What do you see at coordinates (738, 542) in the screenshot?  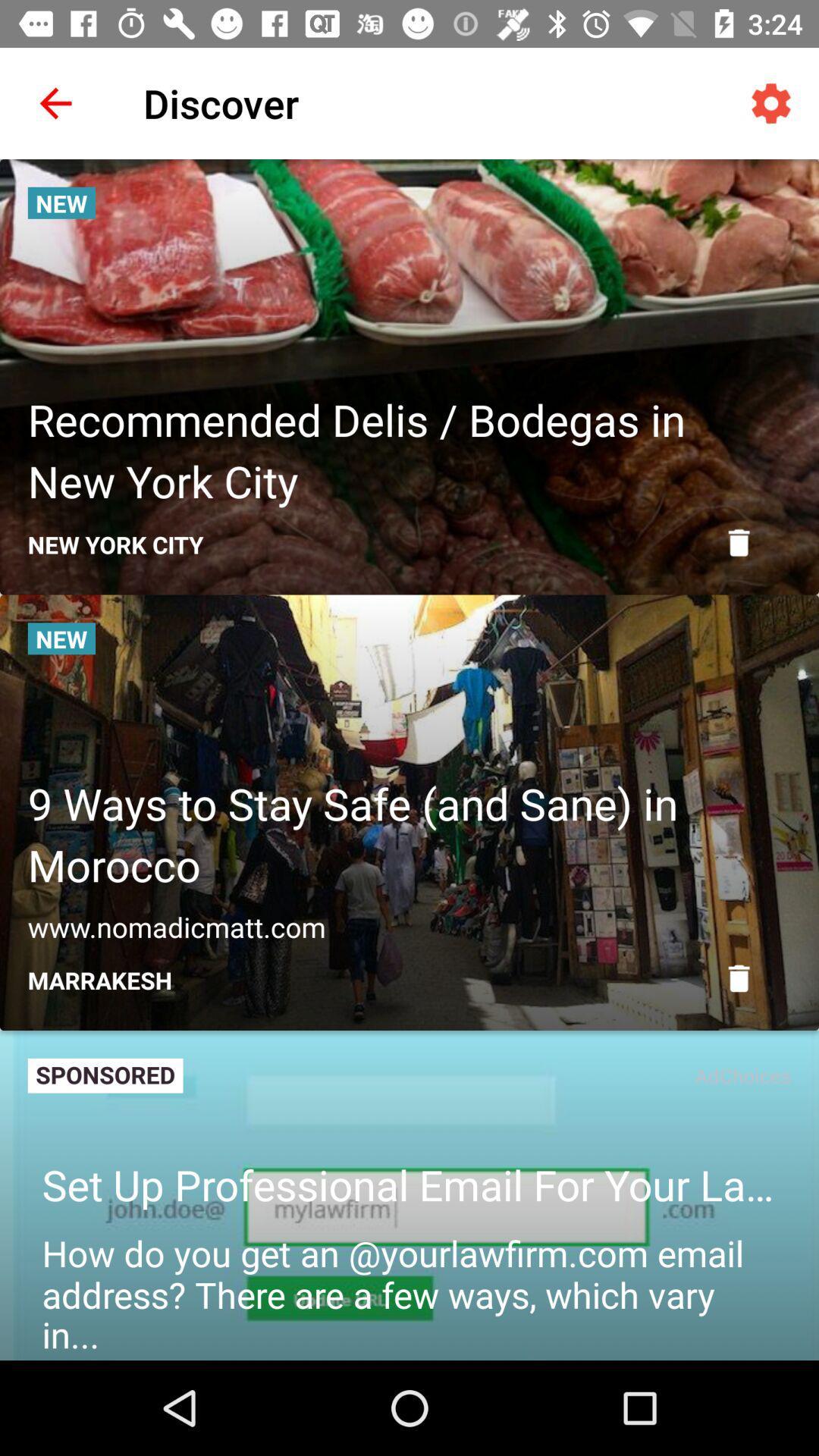 I see `trash` at bounding box center [738, 542].